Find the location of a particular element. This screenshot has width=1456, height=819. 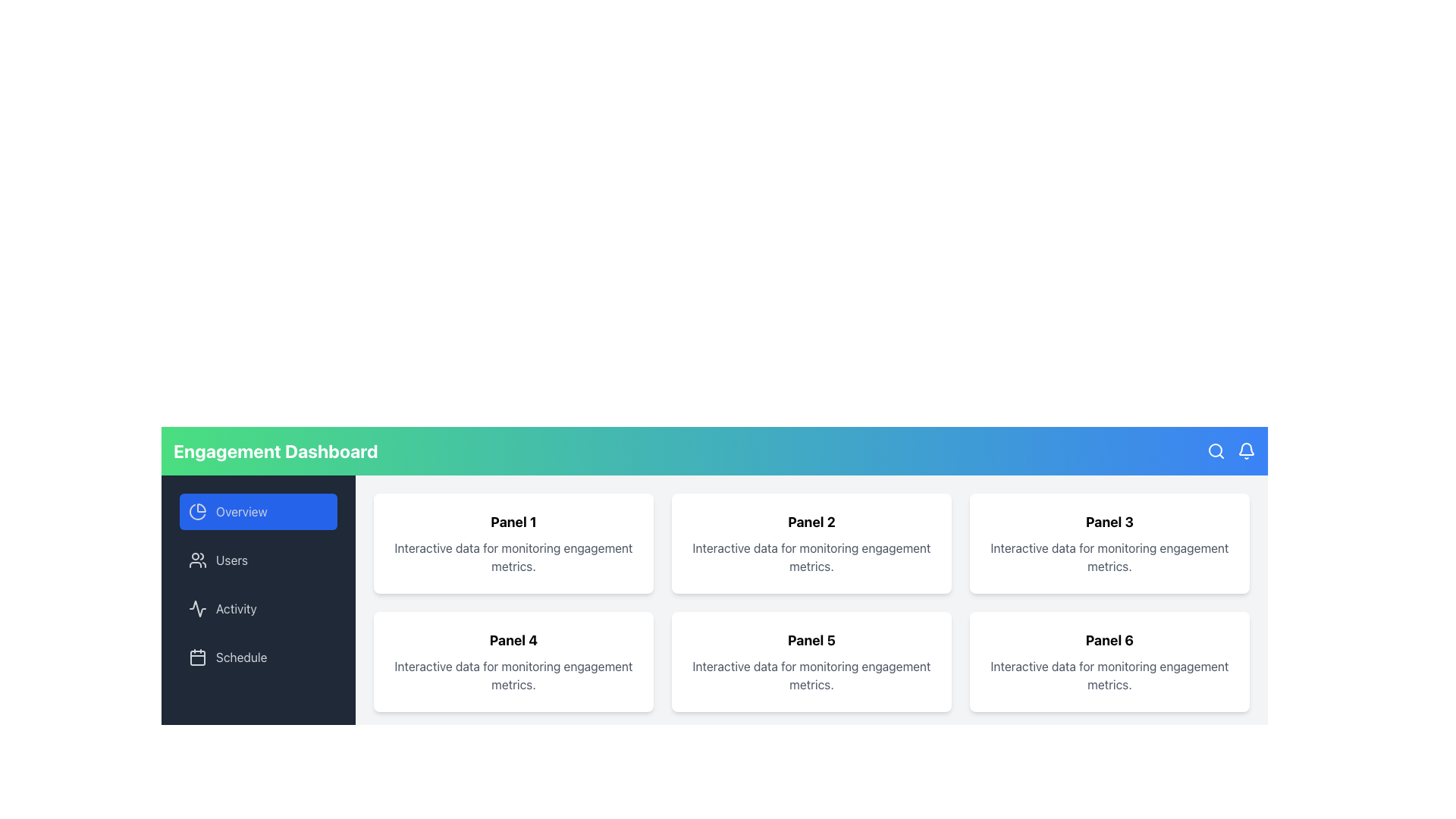

the 'Schedule' button located in the left navigation panel, which features a calendar icon and a dark background with a hover effect is located at coordinates (258, 657).